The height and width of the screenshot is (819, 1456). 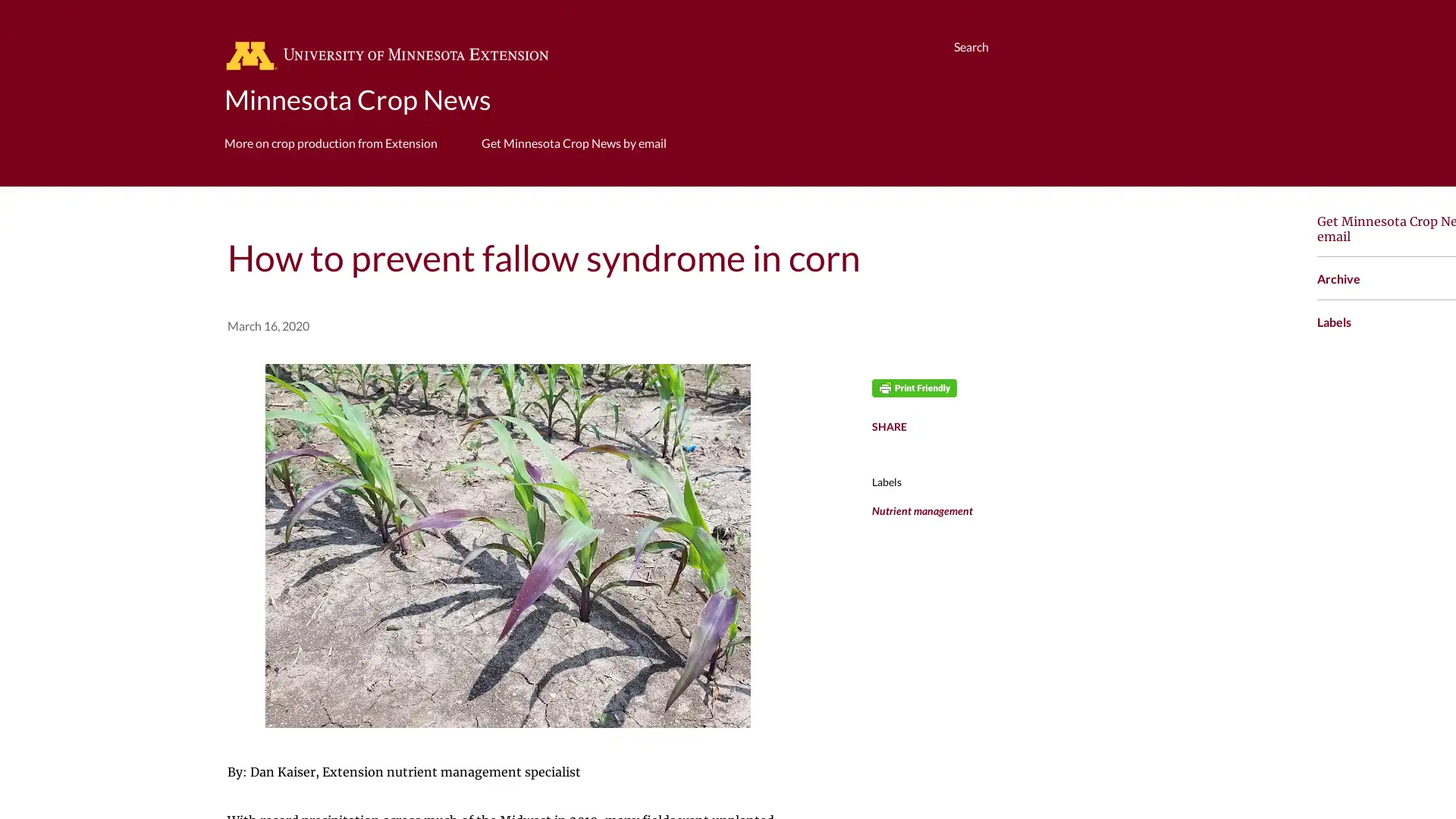 What do you see at coordinates (971, 45) in the screenshot?
I see `Search` at bounding box center [971, 45].